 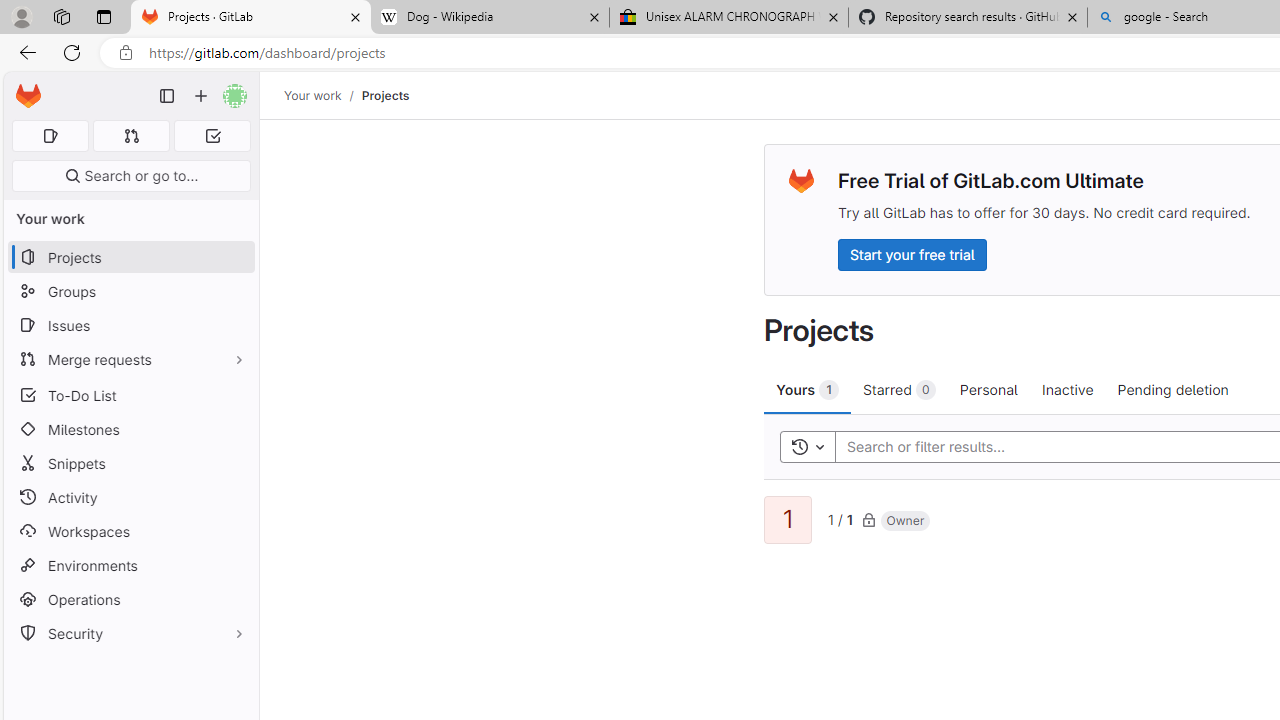 What do you see at coordinates (1173, 389) in the screenshot?
I see `'Pending deletion'` at bounding box center [1173, 389].